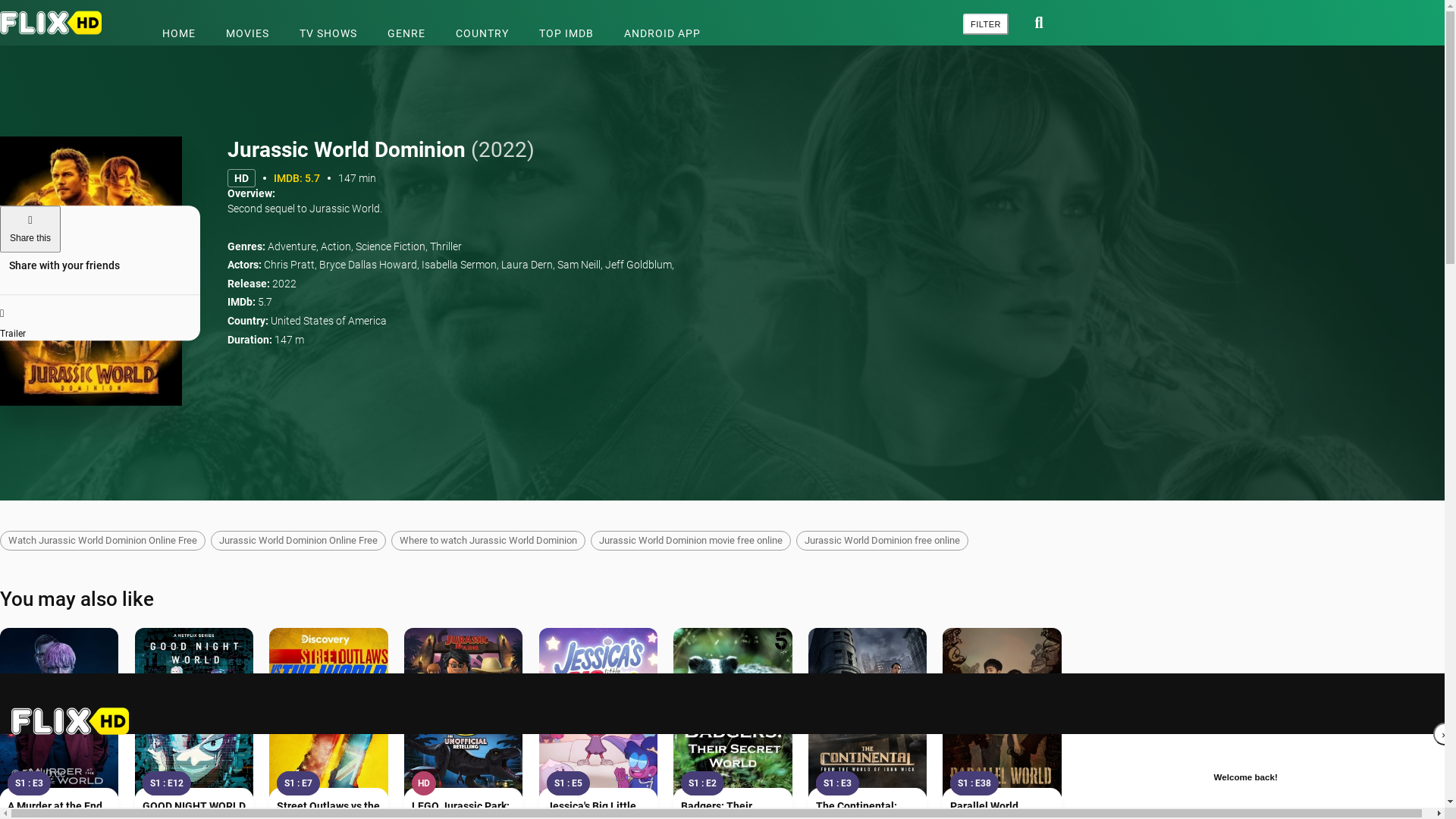 The image size is (1456, 819). What do you see at coordinates (986, 24) in the screenshot?
I see `'FILTER'` at bounding box center [986, 24].